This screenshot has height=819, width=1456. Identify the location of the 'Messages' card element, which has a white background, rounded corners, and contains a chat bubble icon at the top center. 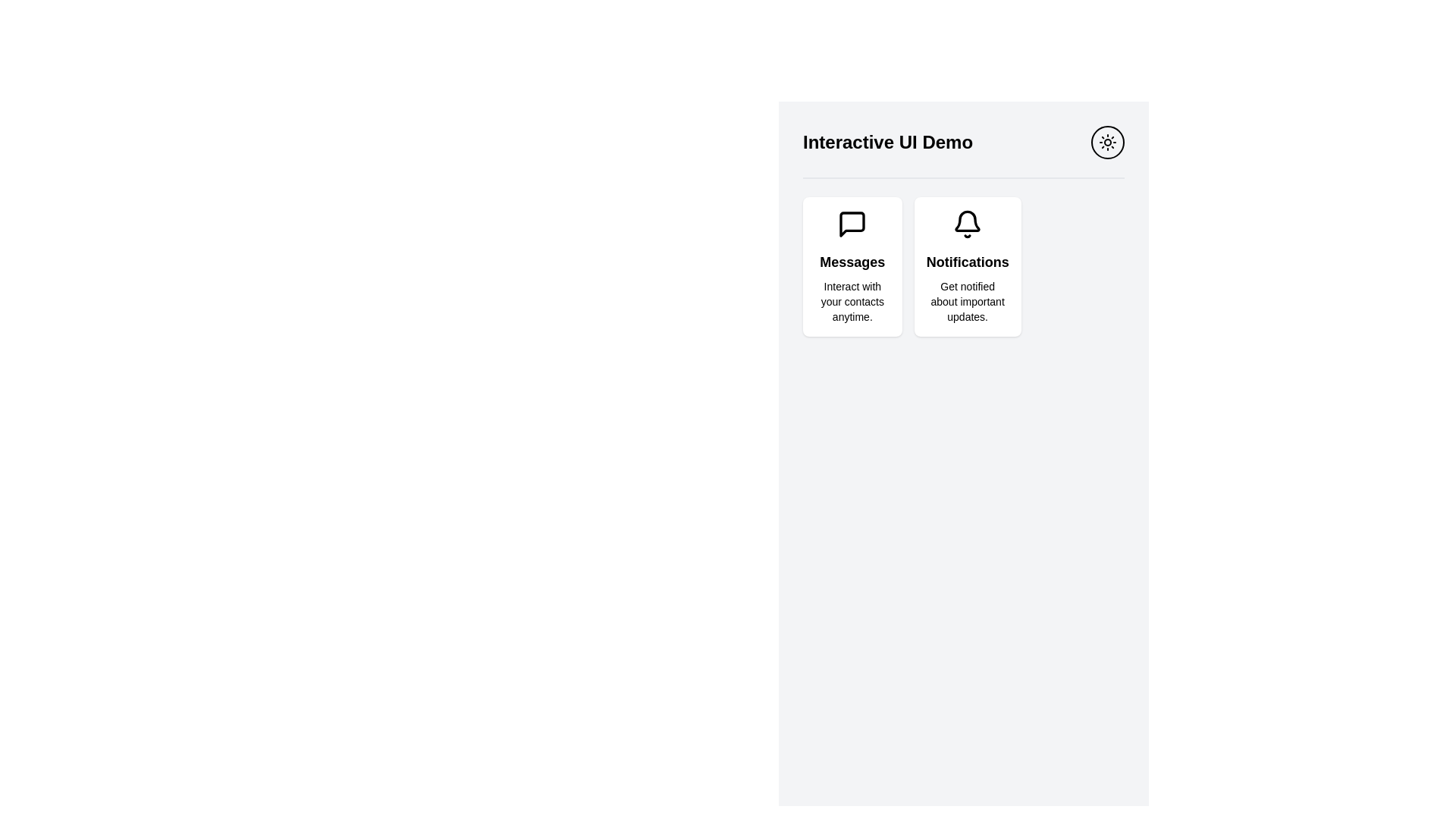
(852, 265).